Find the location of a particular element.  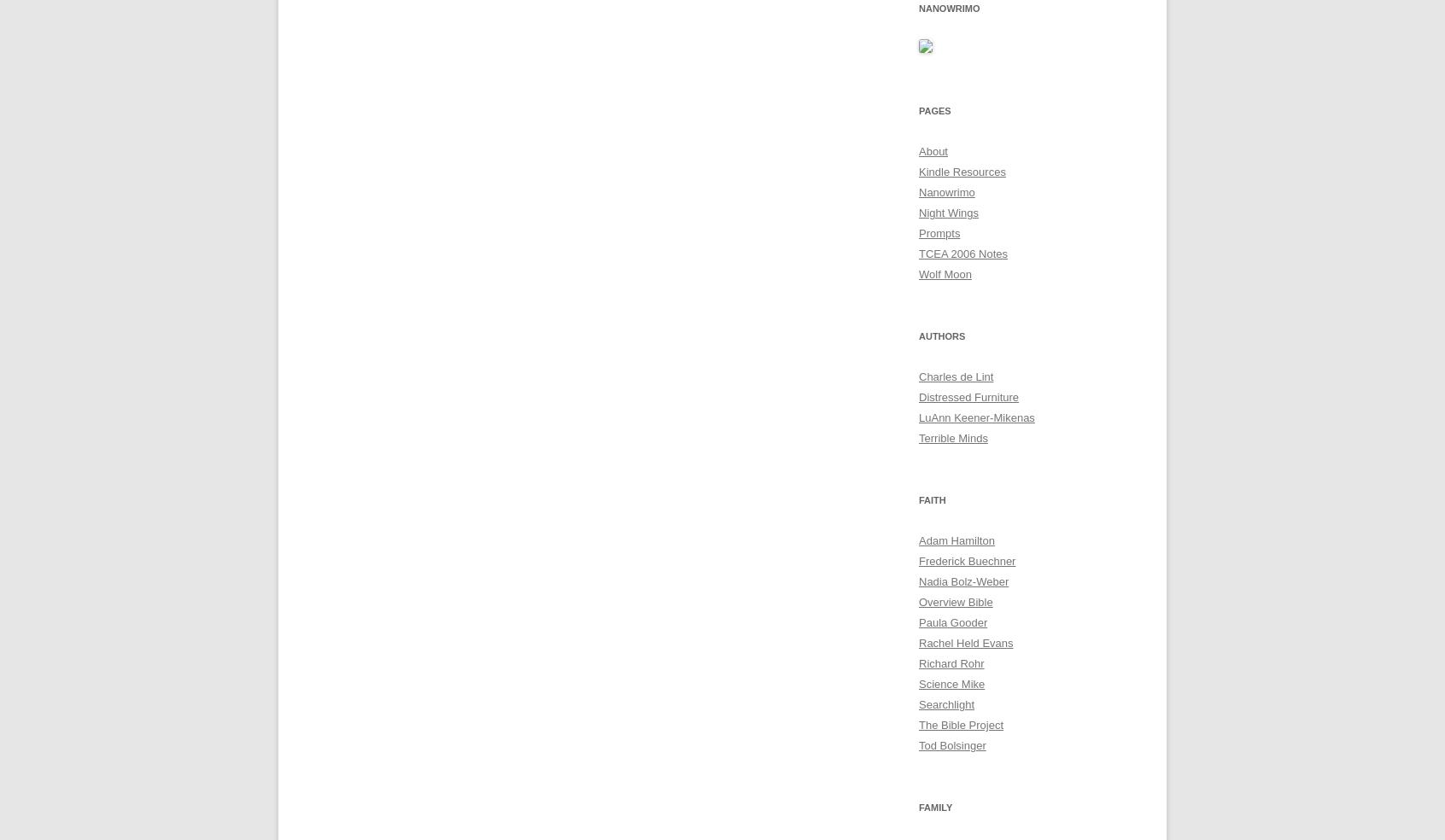

'Nadia Bolz-Weber' is located at coordinates (963, 581).